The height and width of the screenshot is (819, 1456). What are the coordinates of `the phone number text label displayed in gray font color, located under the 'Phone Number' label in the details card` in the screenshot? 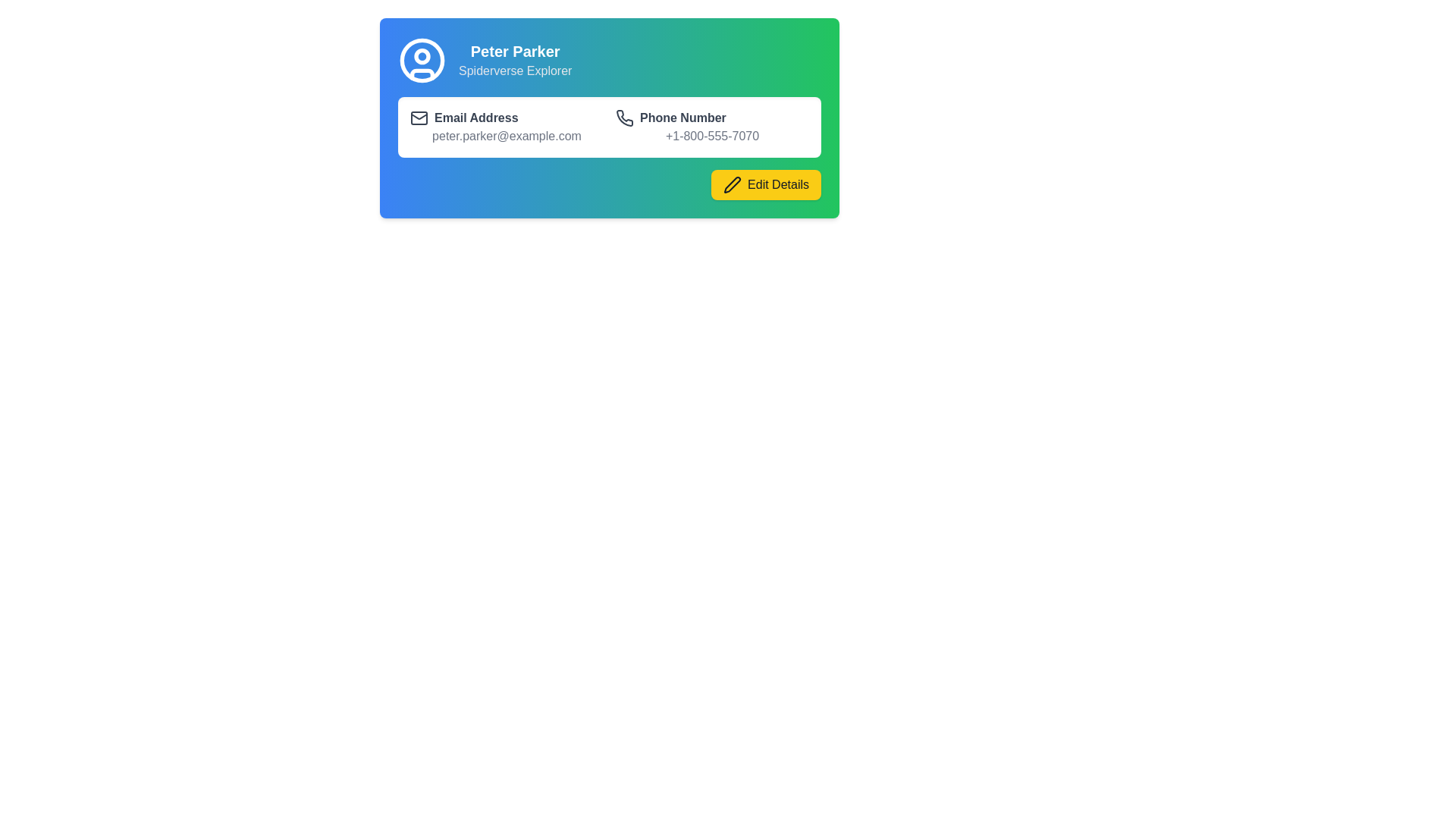 It's located at (711, 136).